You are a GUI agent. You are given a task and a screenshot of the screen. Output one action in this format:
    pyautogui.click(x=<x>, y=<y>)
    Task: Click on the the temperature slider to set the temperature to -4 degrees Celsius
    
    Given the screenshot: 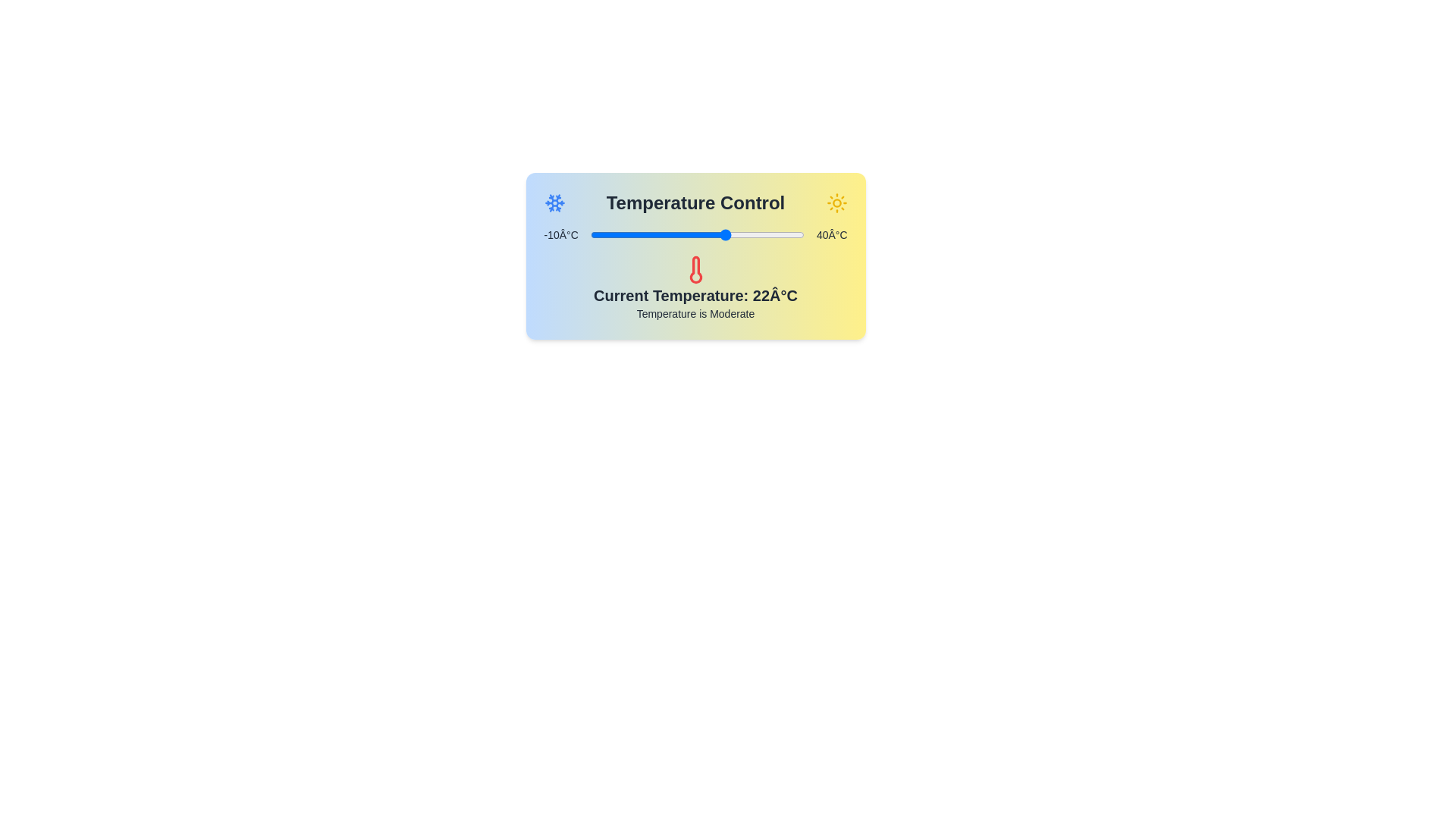 What is the action you would take?
    pyautogui.click(x=616, y=234)
    